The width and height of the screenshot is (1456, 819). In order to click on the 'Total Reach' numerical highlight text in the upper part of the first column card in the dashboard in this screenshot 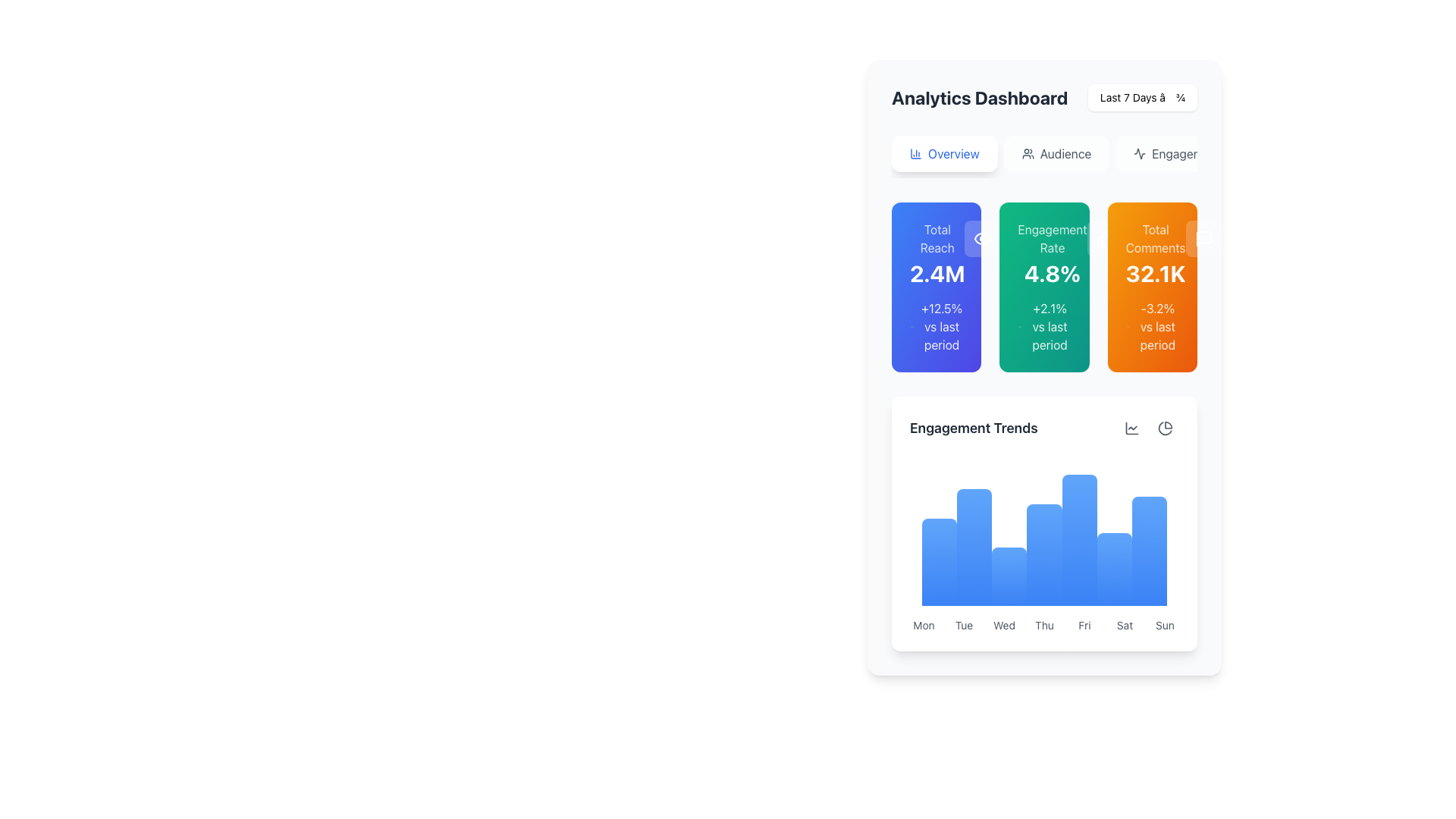, I will do `click(936, 253)`.